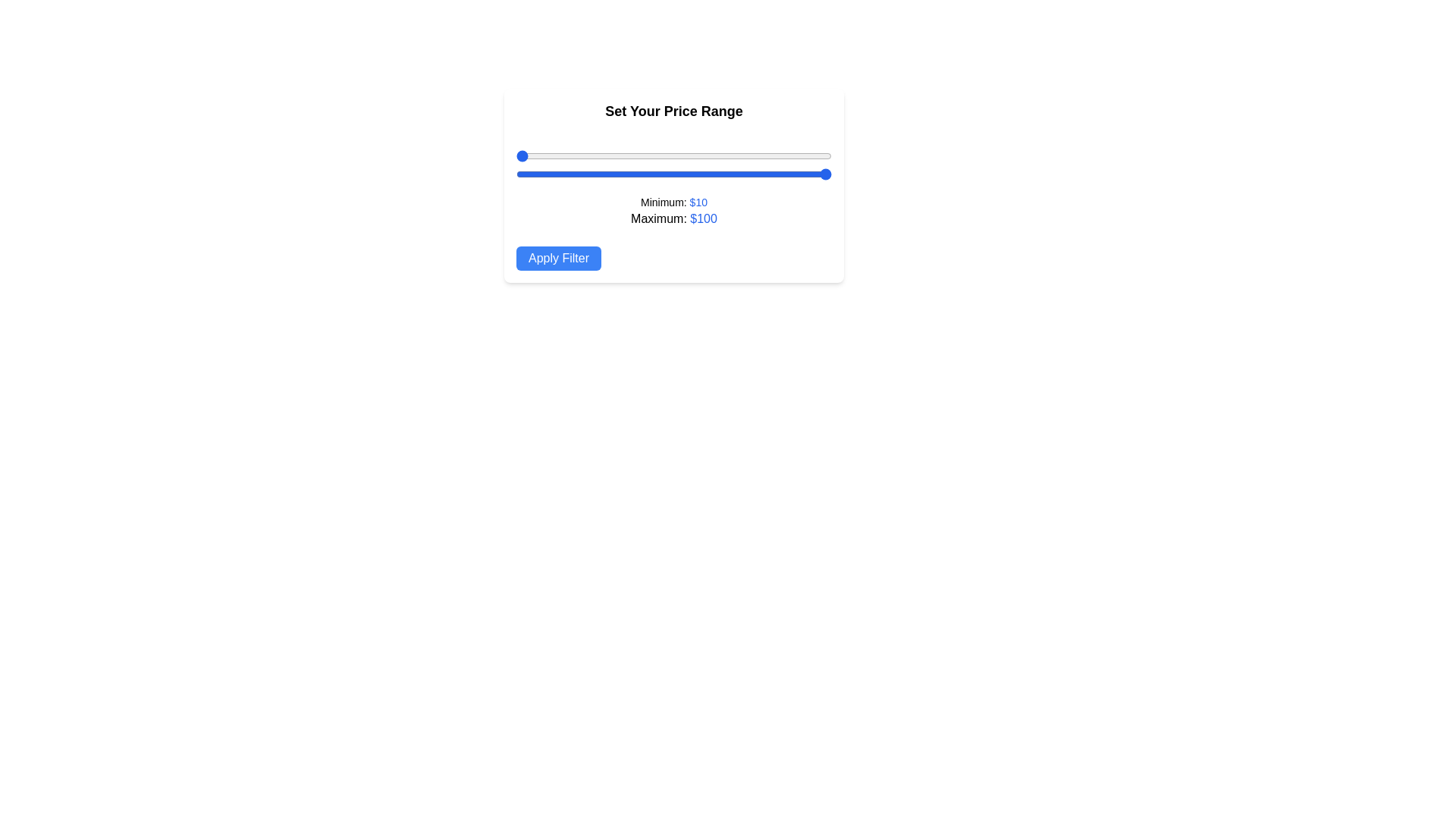 Image resolution: width=1456 pixels, height=819 pixels. I want to click on the slider position, so click(744, 155).